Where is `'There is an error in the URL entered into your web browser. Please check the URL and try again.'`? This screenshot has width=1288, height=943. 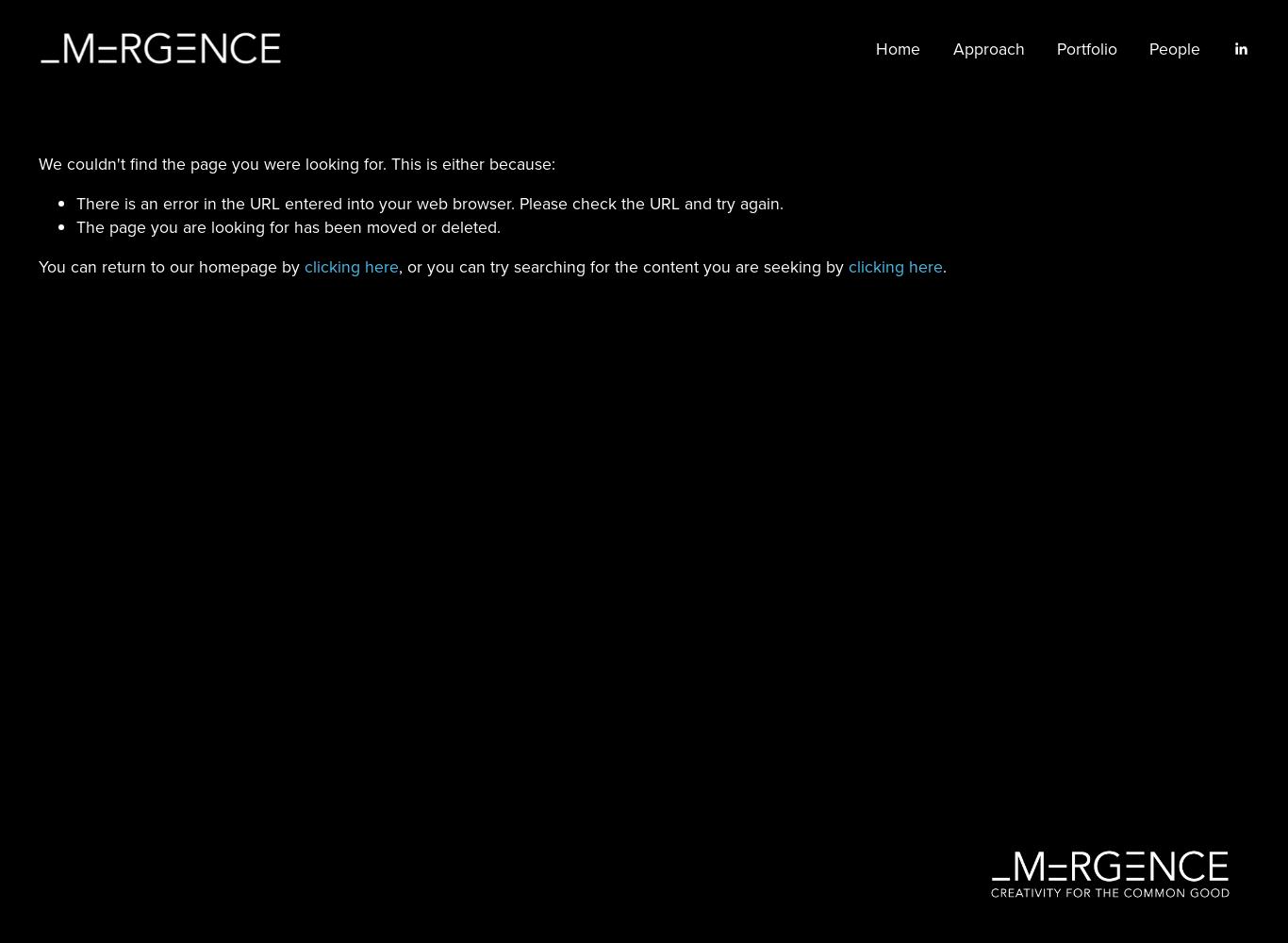 'There is an error in the URL entered into your web browser. Please check the URL and try again.' is located at coordinates (428, 202).